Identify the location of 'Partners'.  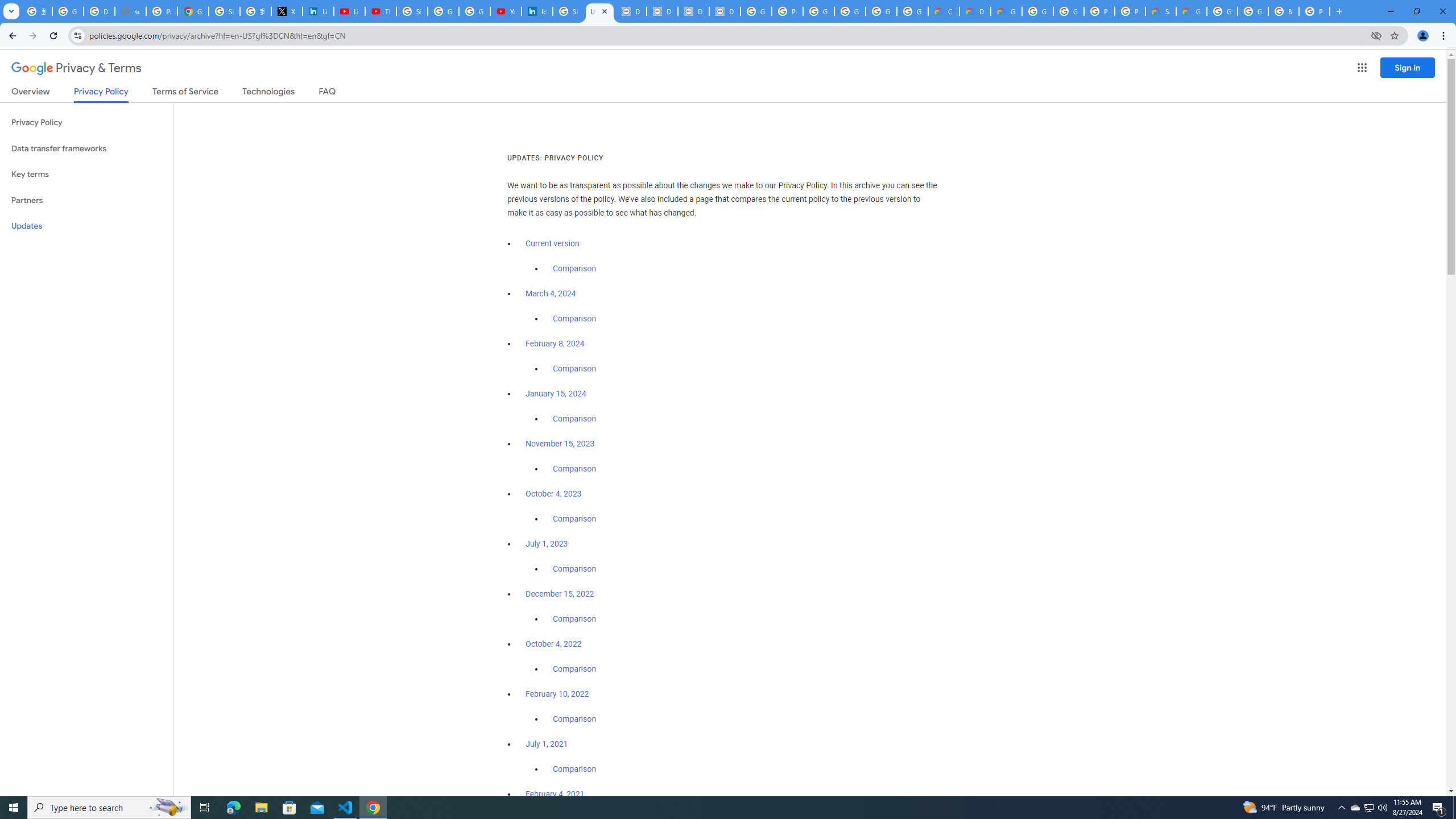
(86, 200).